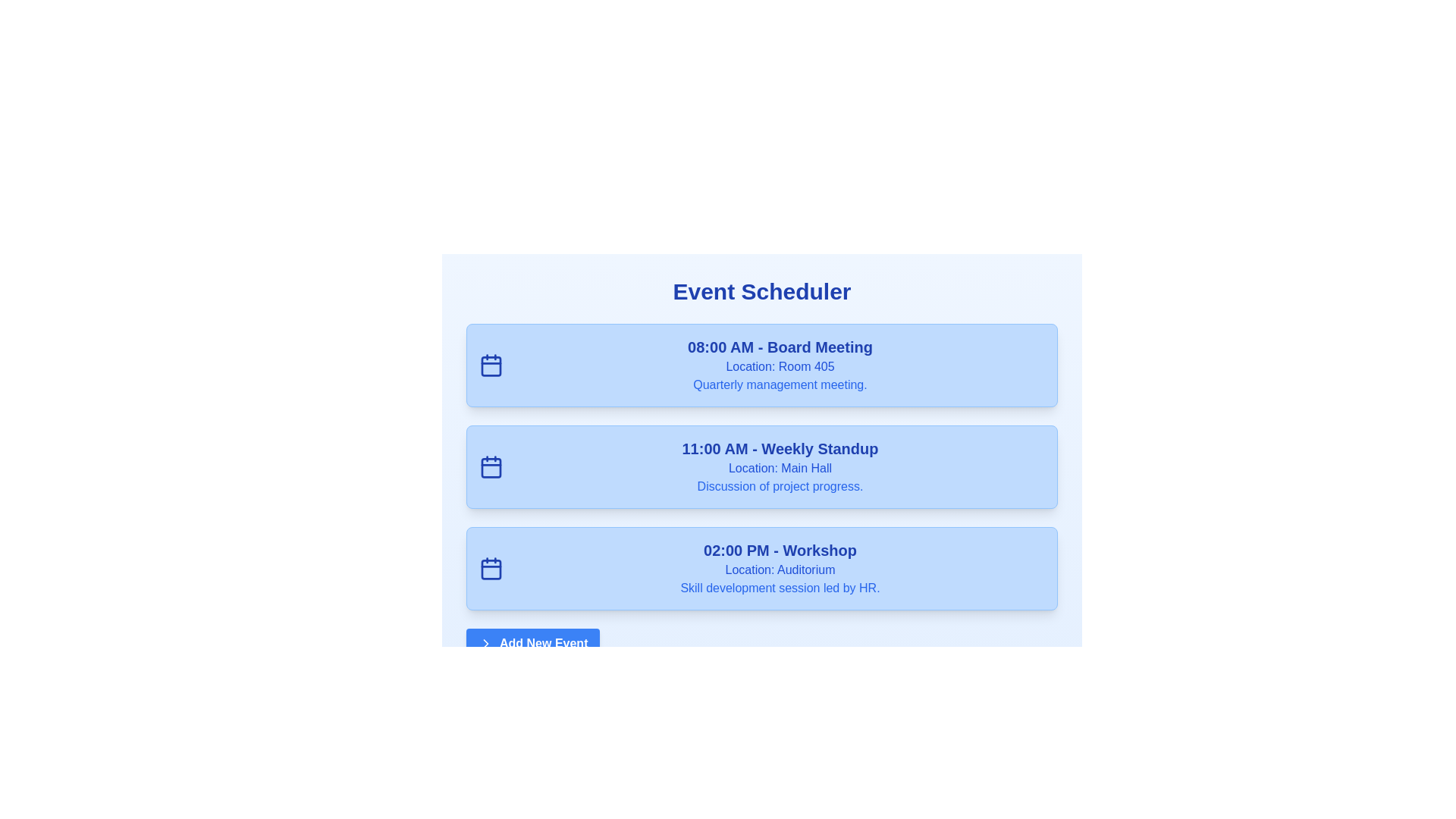 This screenshot has height=819, width=1456. Describe the element at coordinates (533, 643) in the screenshot. I see `the interactive button for adding new events to the scheduler` at that location.